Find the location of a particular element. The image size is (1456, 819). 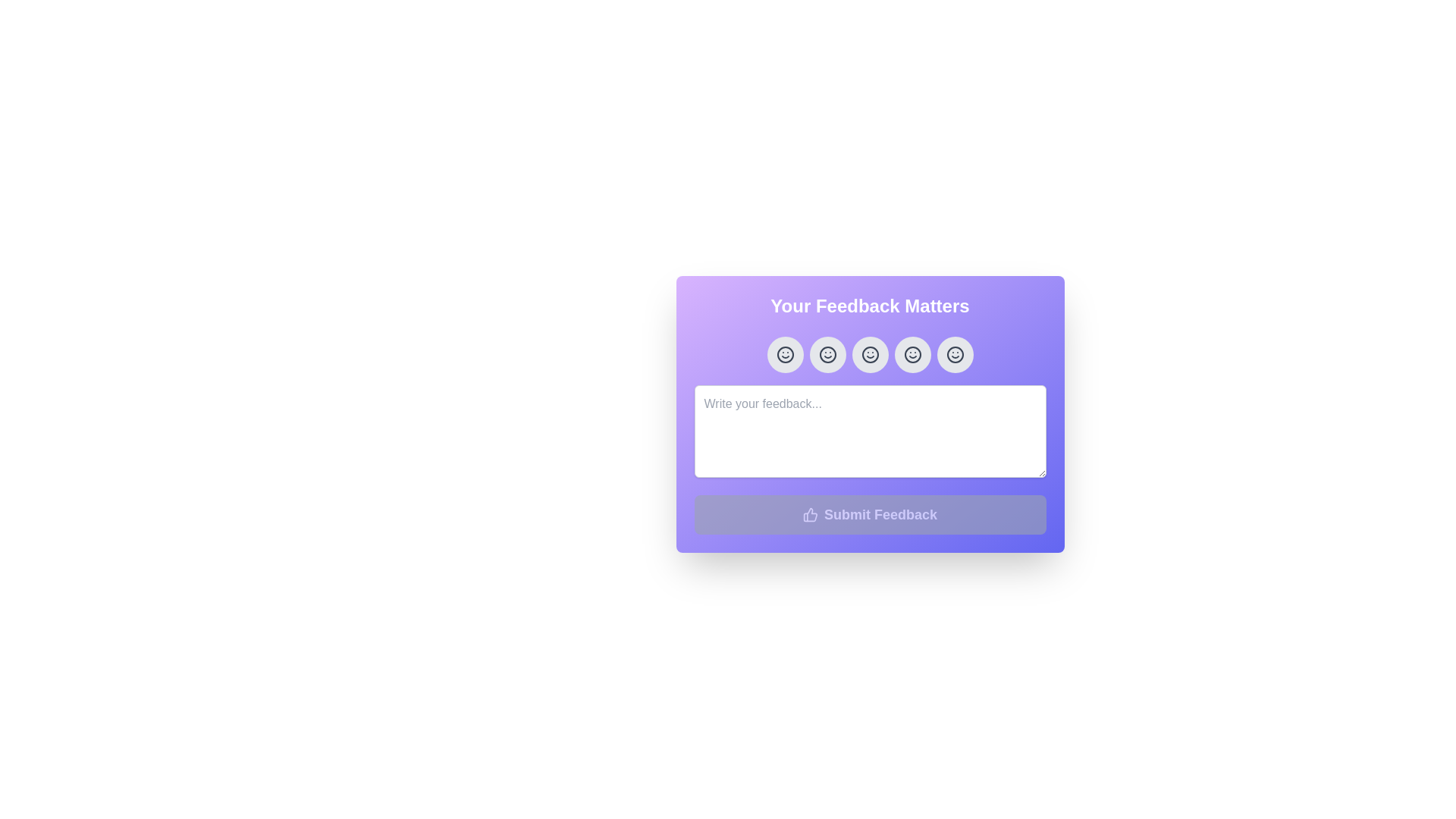

the 'Submit Feedback' button, which is a rectangular button with a bold text label and a thumbs-up icon, located at the bottom of the 'Your Feedback Matters' panel is located at coordinates (870, 513).